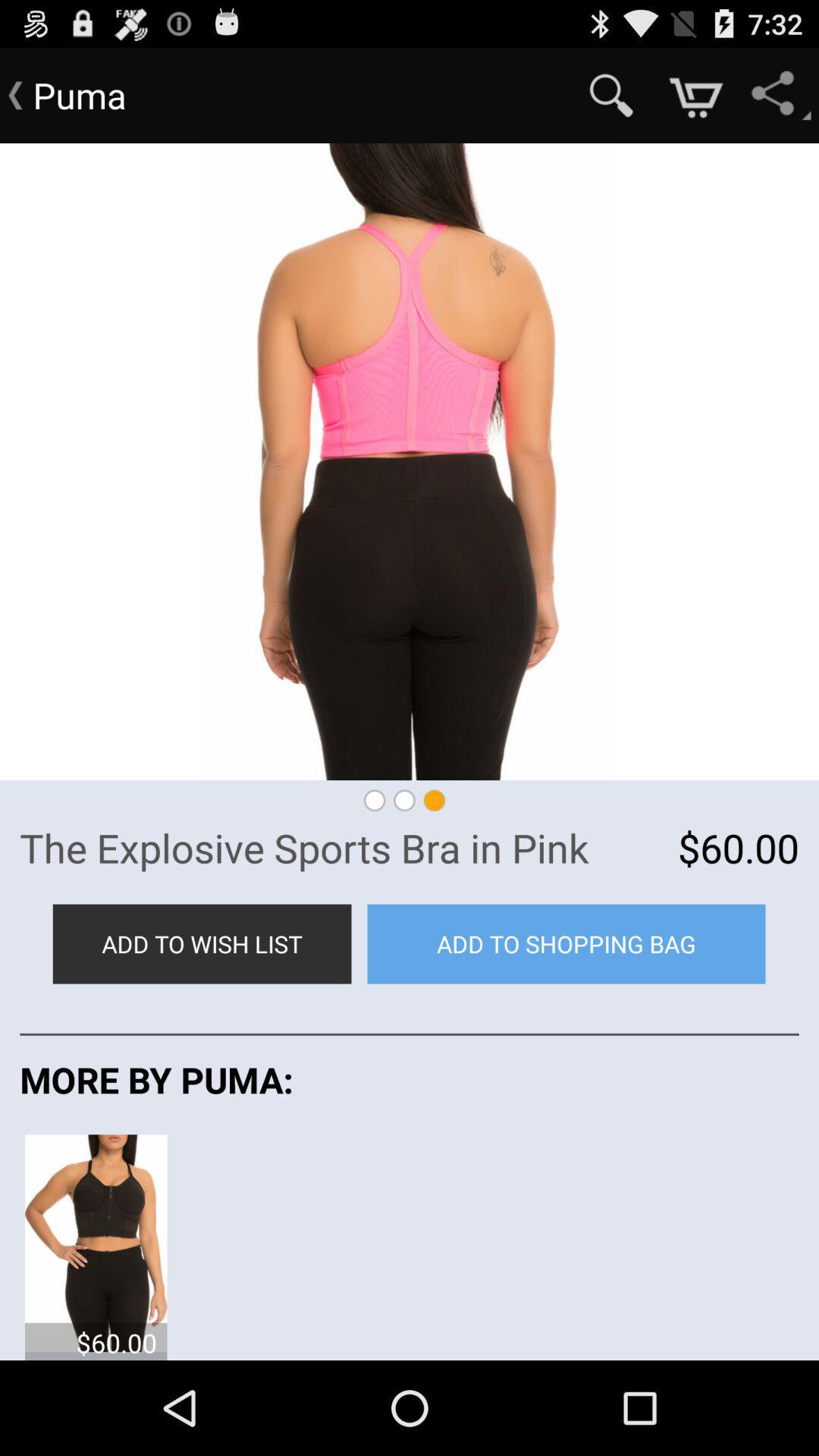 This screenshot has width=819, height=1456. Describe the element at coordinates (96, 1241) in the screenshot. I see `the icon below the more by puma: item` at that location.